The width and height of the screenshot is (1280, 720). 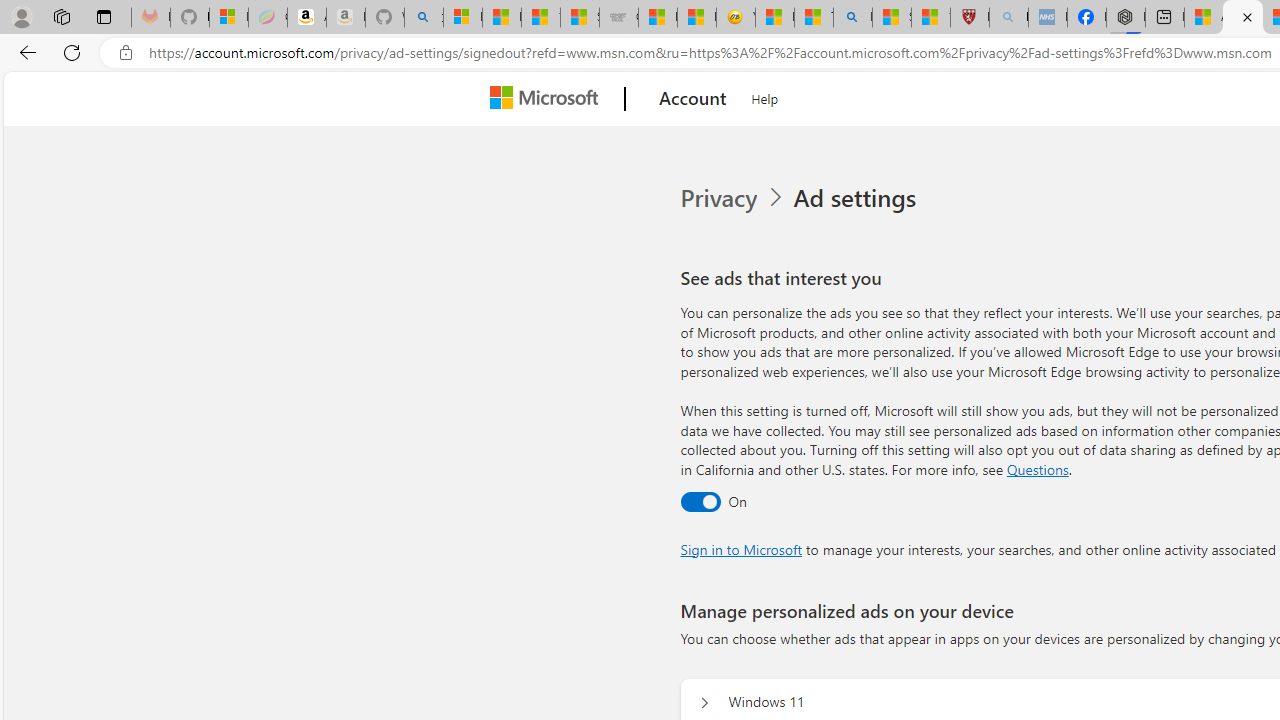 What do you see at coordinates (61, 16) in the screenshot?
I see `'Workspaces'` at bounding box center [61, 16].